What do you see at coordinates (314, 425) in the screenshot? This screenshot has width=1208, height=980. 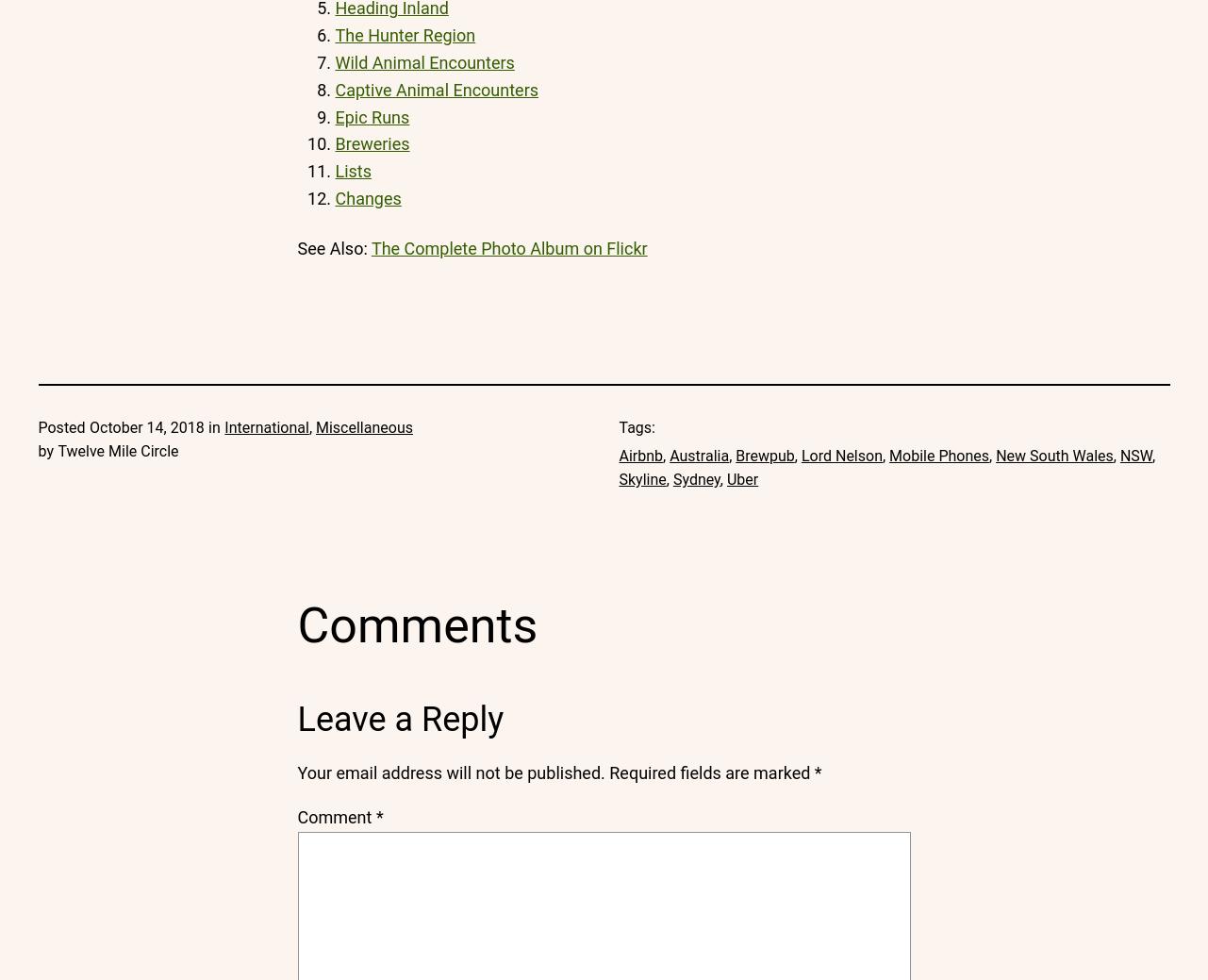 I see `'Miscellaneous'` at bounding box center [314, 425].